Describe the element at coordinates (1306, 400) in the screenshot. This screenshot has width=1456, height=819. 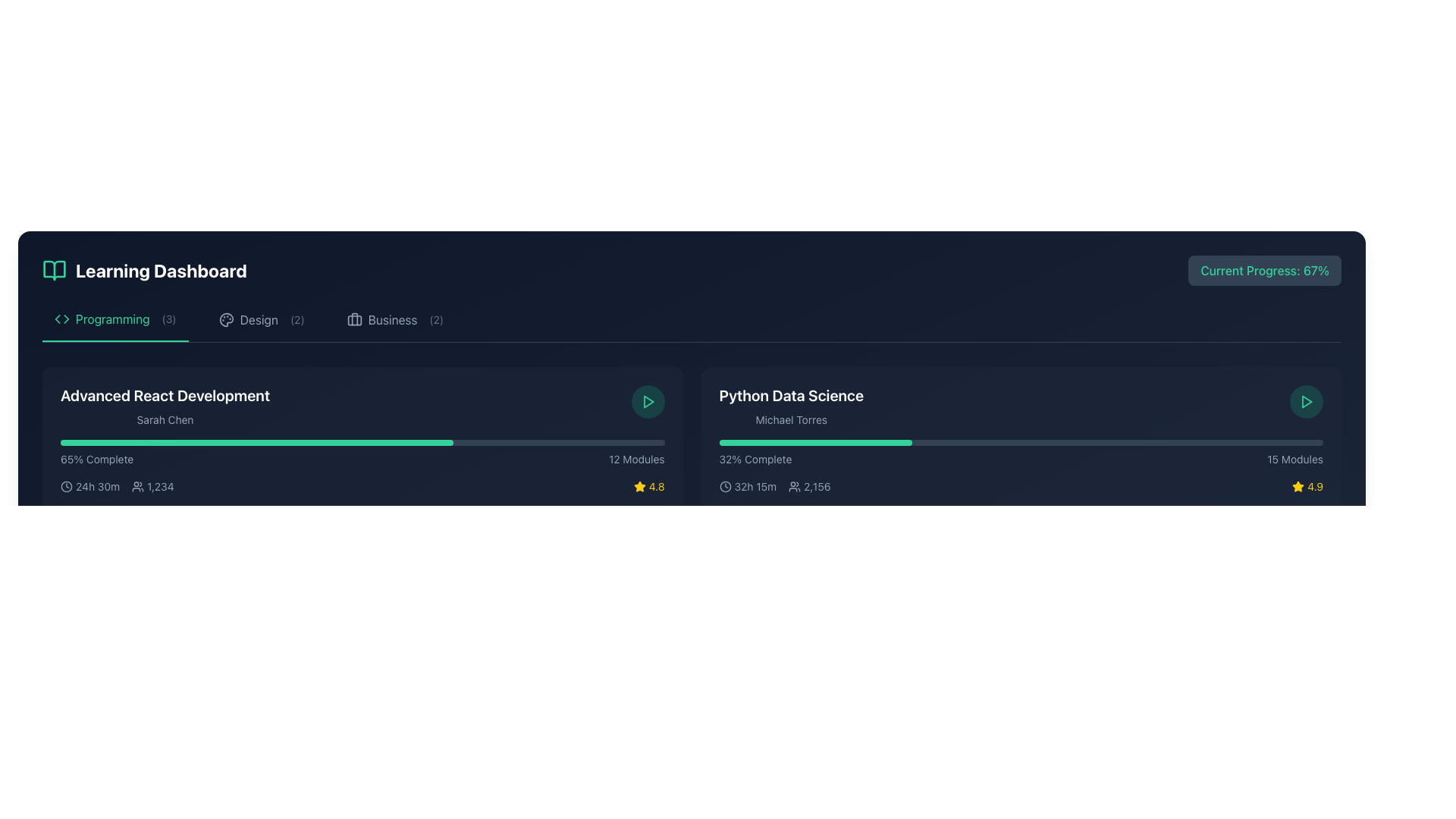
I see `the triangular play icon button within a circle on the far right side of the 'Python Data Science' course card` at that location.